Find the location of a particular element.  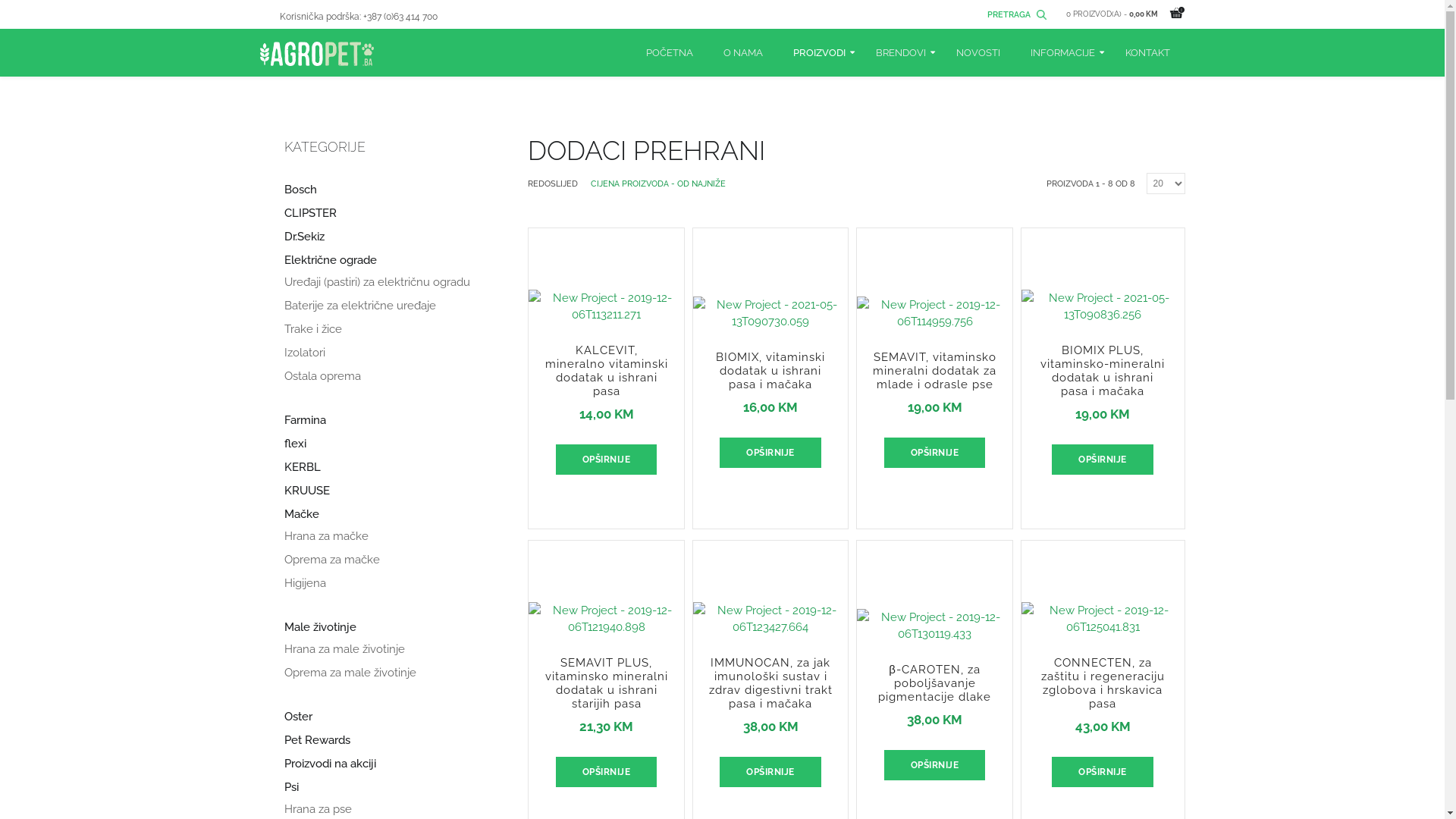

'Higijena' is located at coordinates (303, 582).